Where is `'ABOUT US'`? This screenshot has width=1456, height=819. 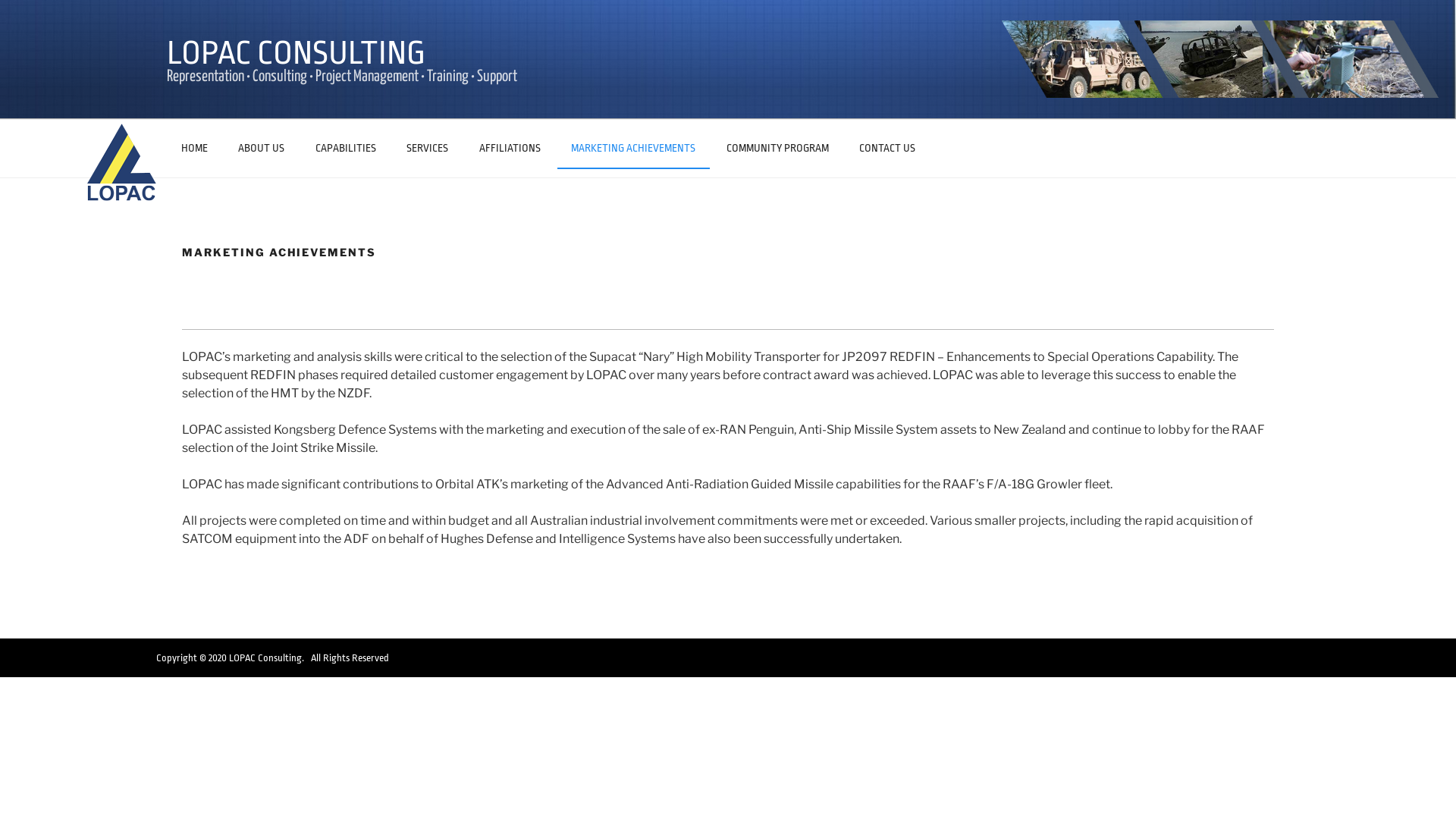 'ABOUT US' is located at coordinates (224, 147).